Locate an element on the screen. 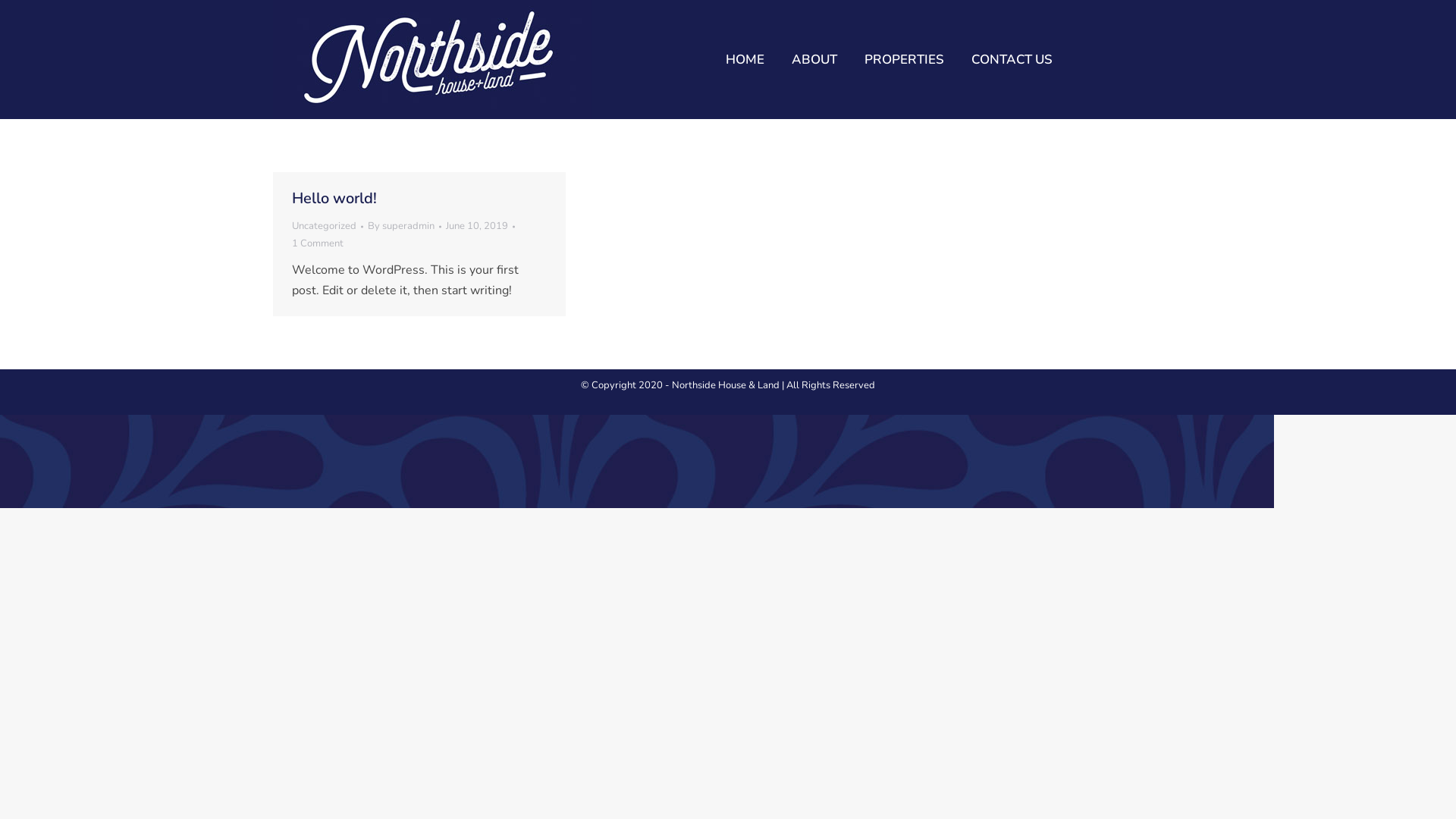  'CONTACT US' is located at coordinates (1012, 58).